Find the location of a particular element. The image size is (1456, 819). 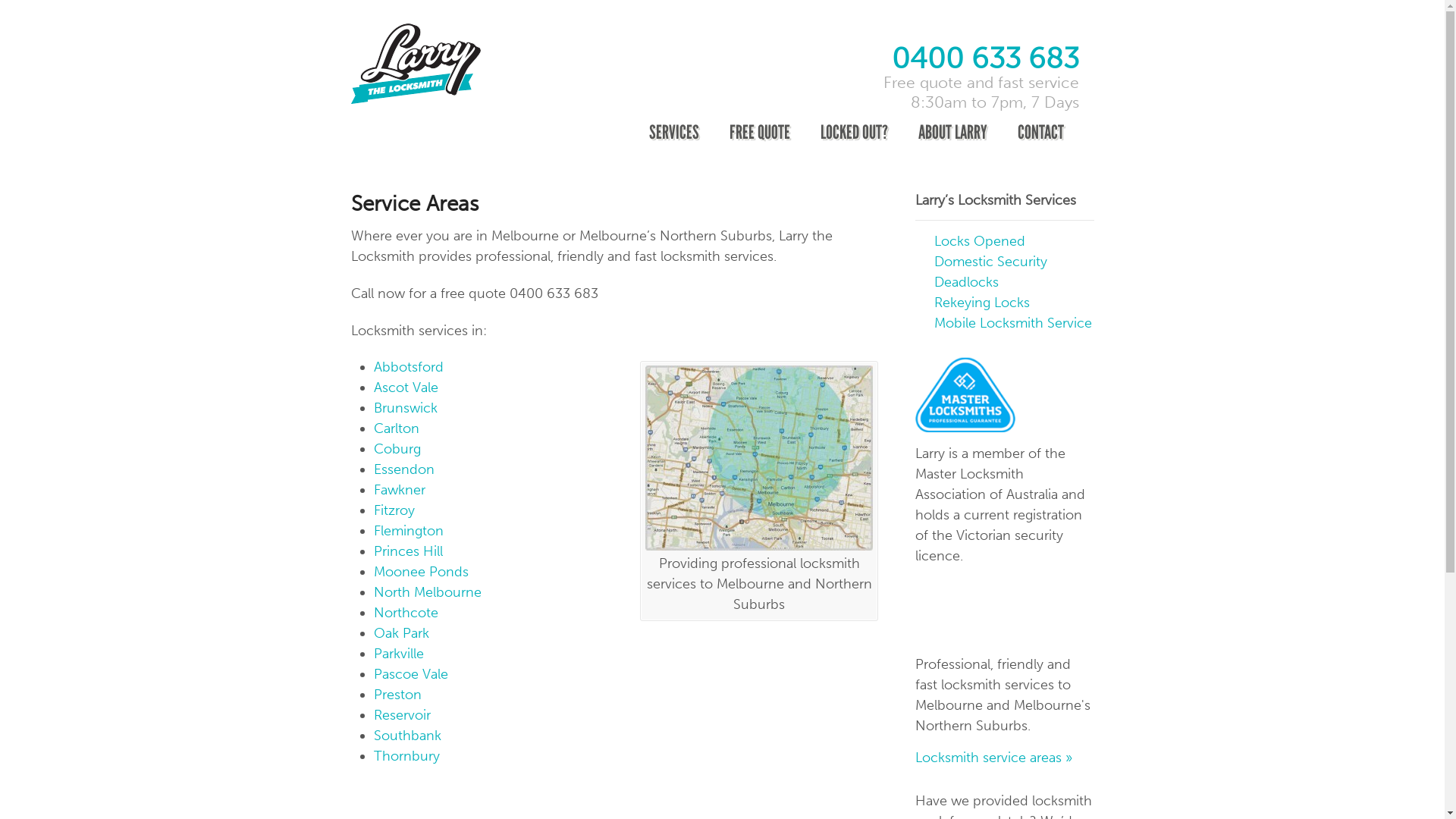

'Locks Opened' is located at coordinates (979, 240).